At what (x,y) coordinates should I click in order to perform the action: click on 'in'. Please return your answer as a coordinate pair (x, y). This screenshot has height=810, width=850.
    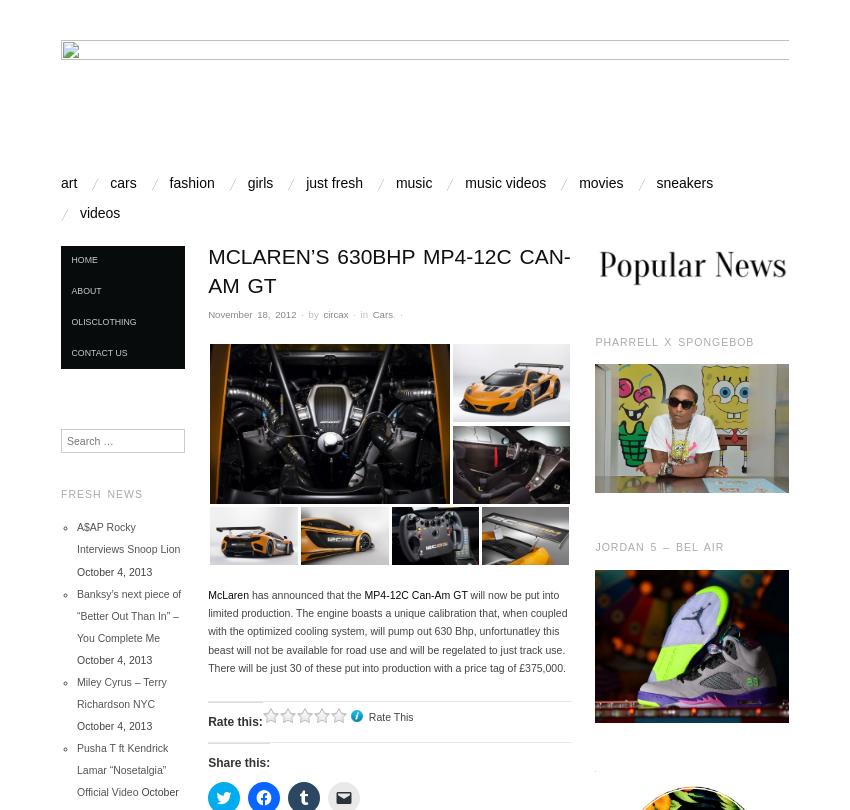
    Looking at the image, I should click on (353, 312).